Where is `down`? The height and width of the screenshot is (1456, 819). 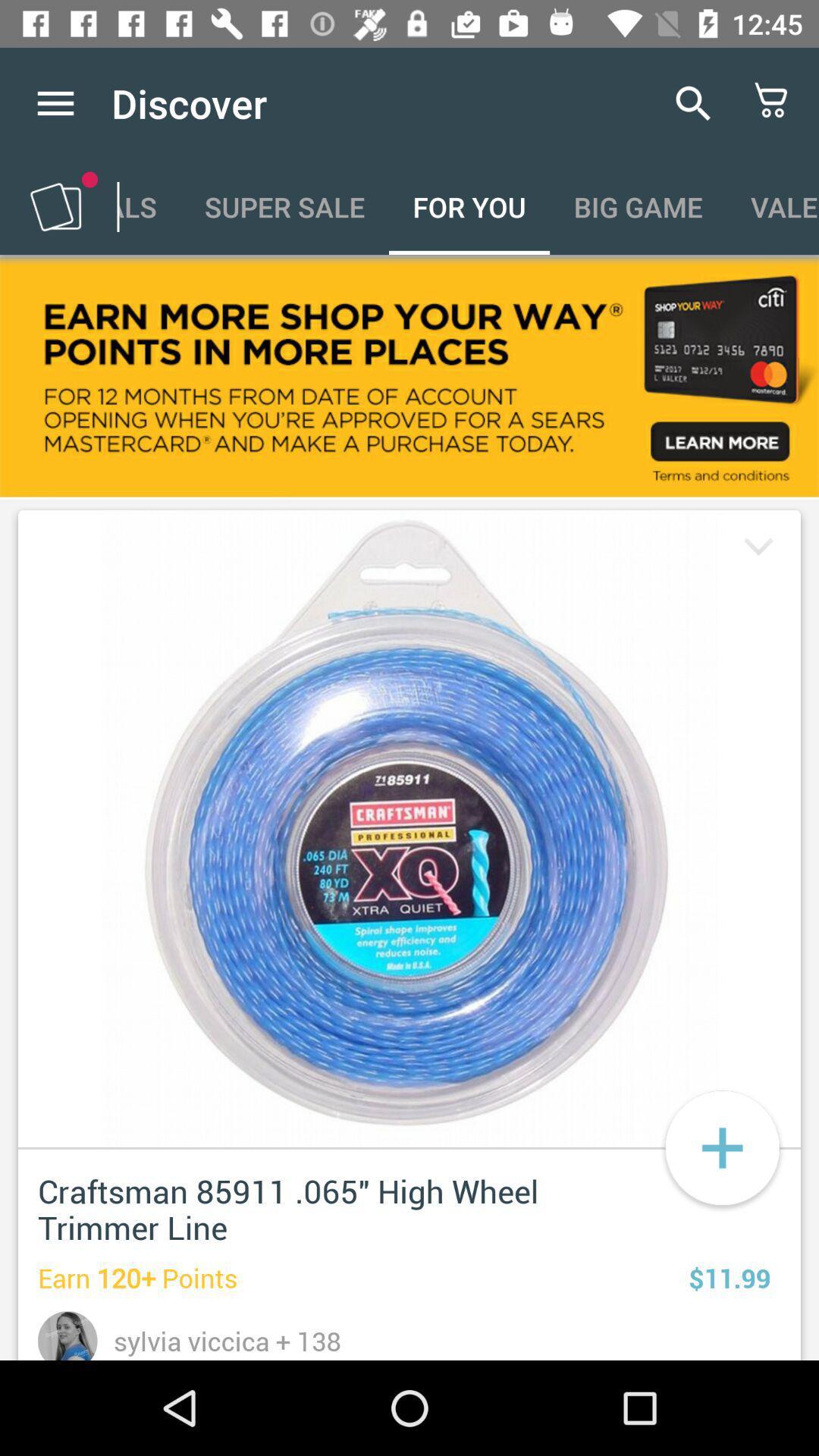 down is located at coordinates (755, 548).